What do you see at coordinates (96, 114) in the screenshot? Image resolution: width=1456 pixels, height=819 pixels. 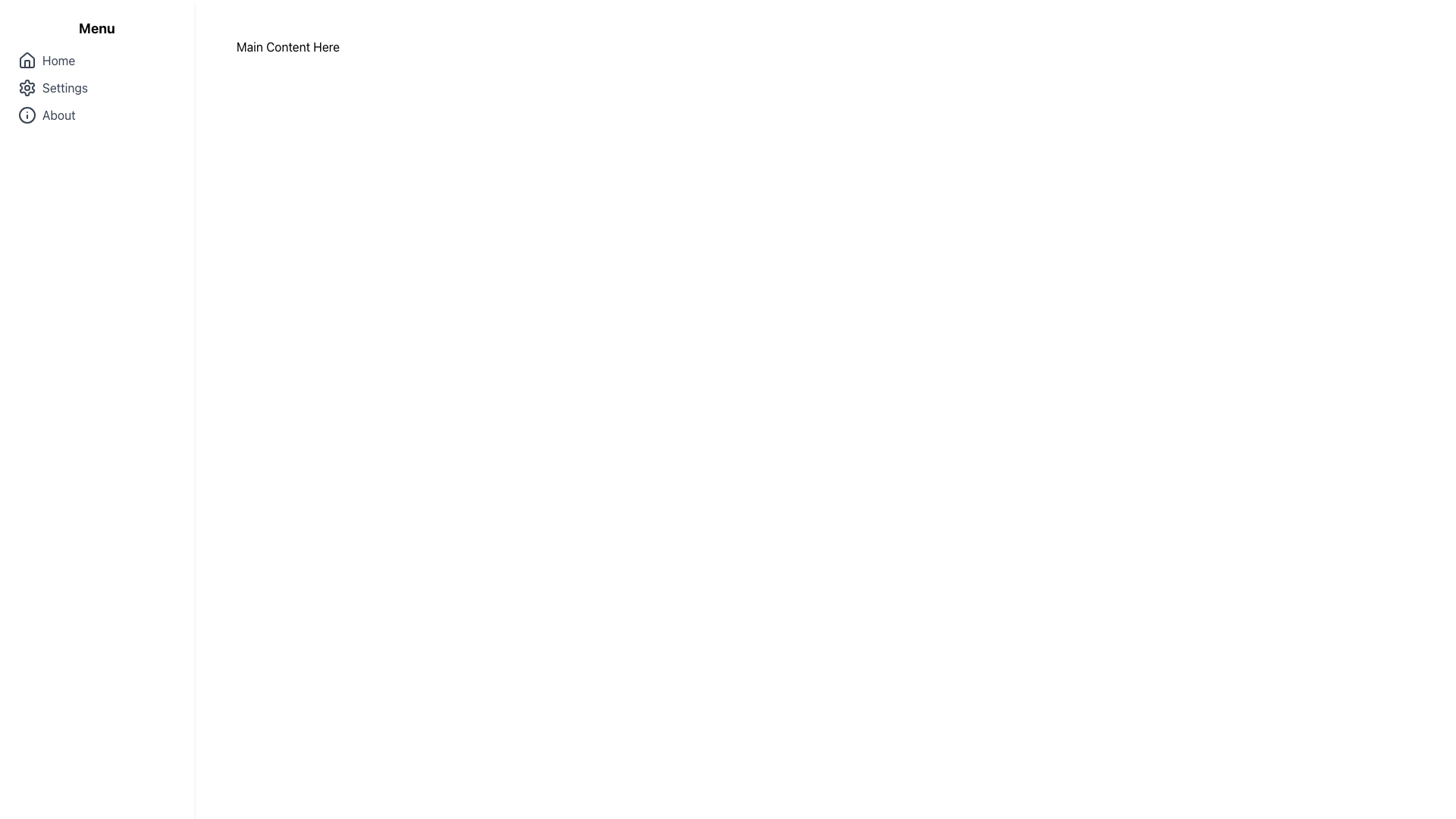 I see `the third navigation link in the sidebar menu, which leads to the 'About' section` at bounding box center [96, 114].